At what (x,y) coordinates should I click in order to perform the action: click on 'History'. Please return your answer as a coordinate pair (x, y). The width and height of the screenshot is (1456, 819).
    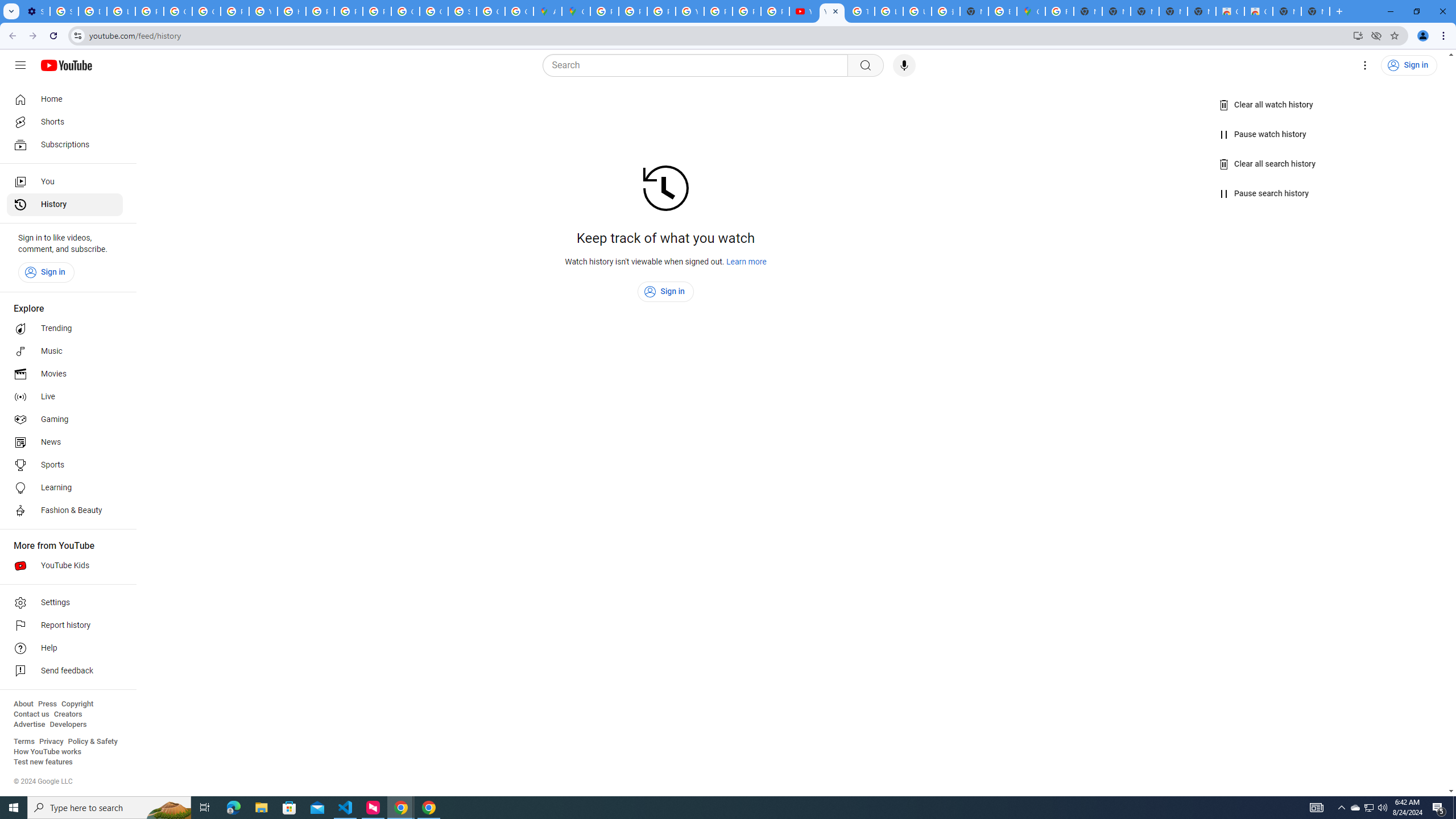
    Looking at the image, I should click on (64, 205).